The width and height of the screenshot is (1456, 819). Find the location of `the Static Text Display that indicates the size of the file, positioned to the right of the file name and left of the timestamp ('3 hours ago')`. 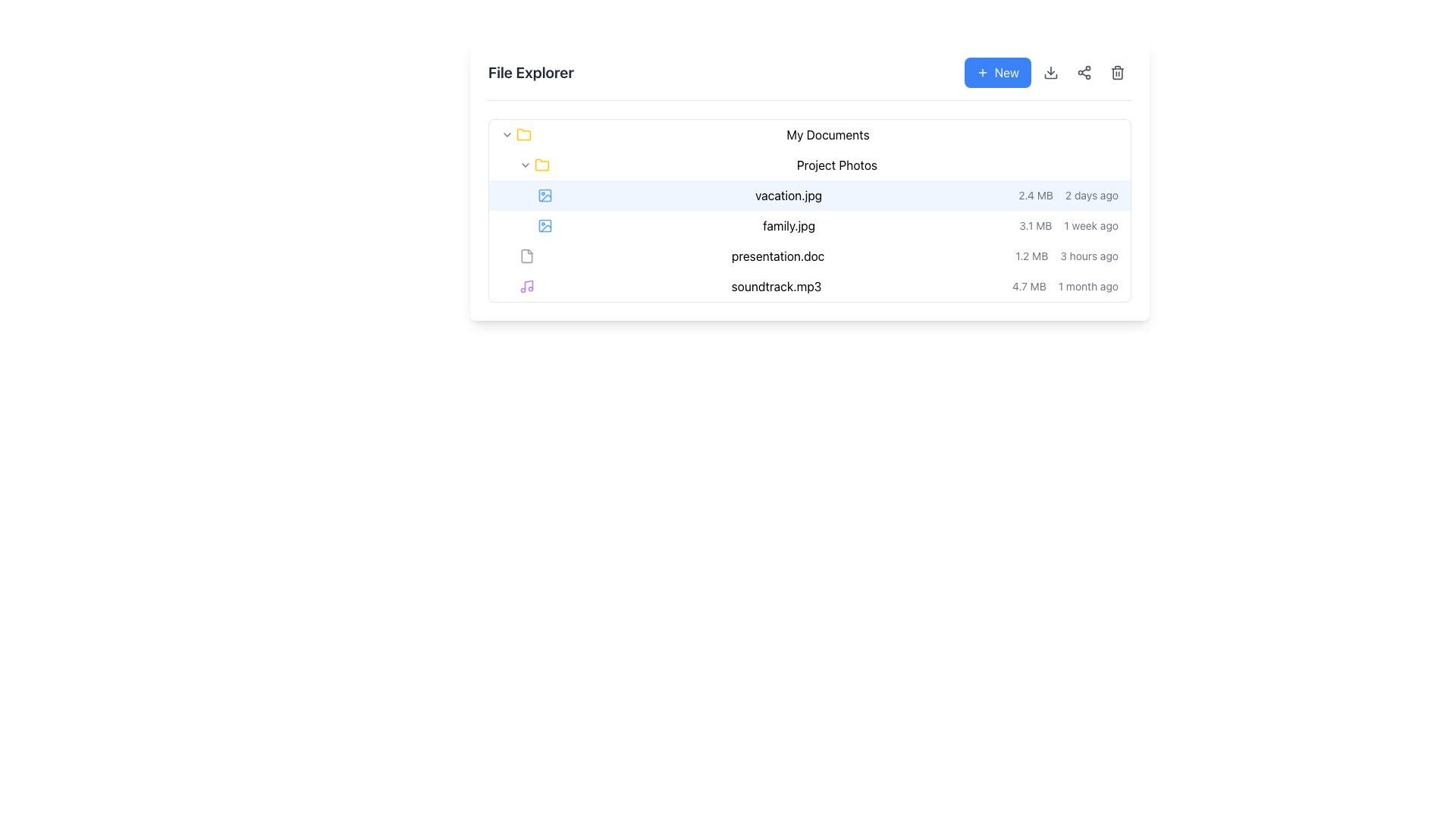

the Static Text Display that indicates the size of the file, positioned to the right of the file name and left of the timestamp ('3 hours ago') is located at coordinates (1031, 256).